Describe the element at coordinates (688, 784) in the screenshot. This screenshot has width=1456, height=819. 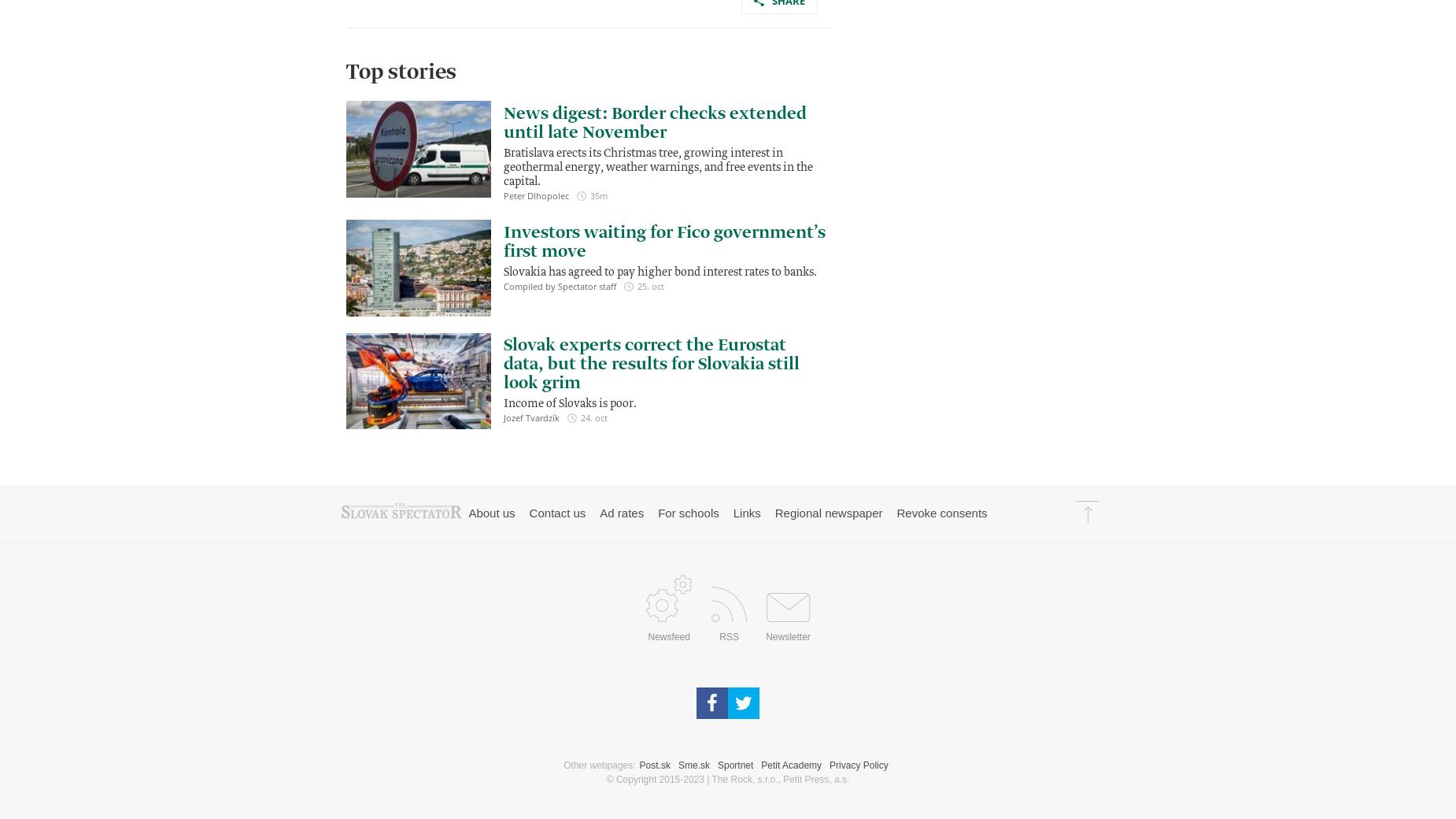
I see `'For
schools'` at that location.